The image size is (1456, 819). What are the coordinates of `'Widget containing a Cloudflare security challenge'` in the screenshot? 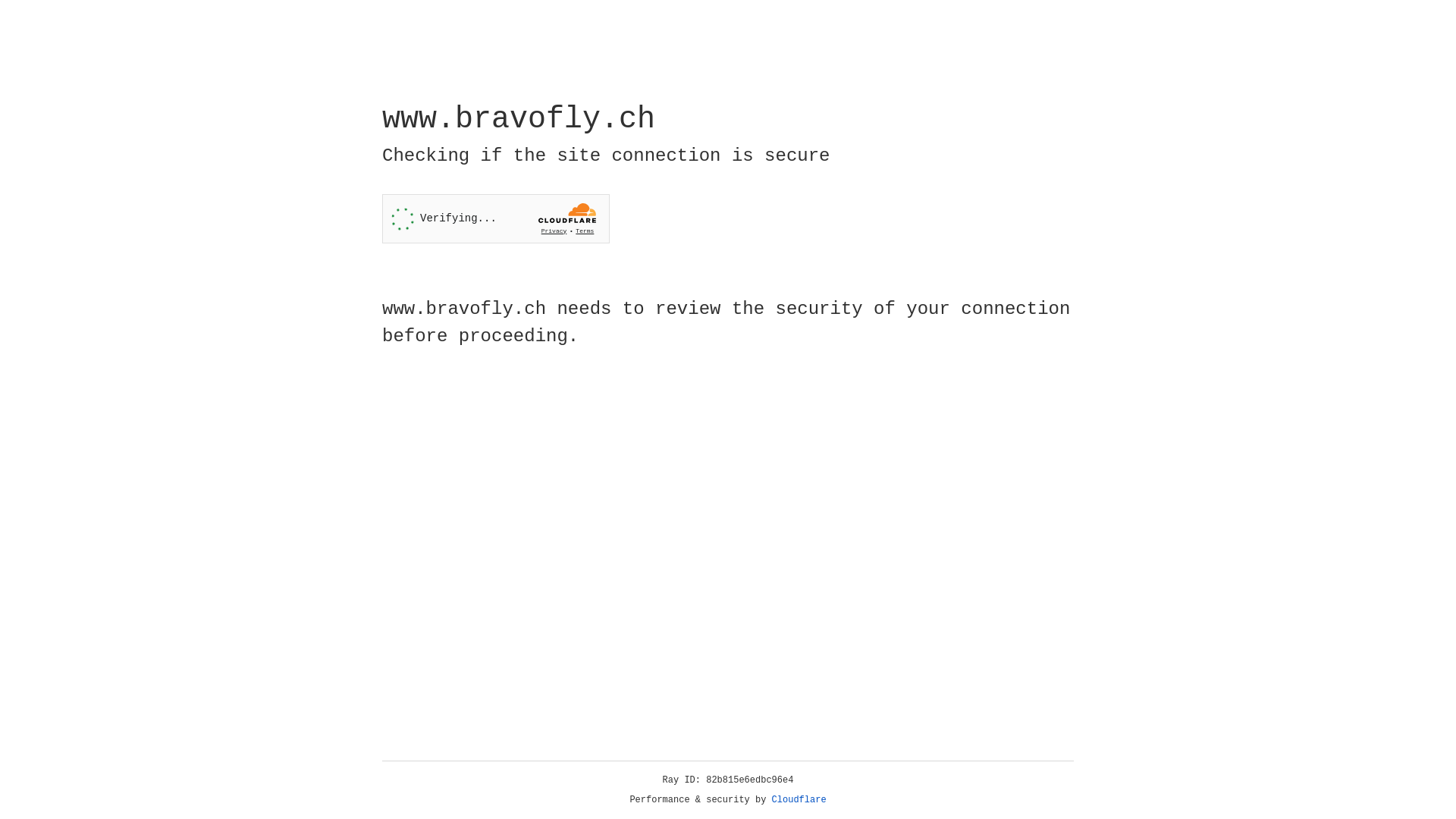 It's located at (495, 218).